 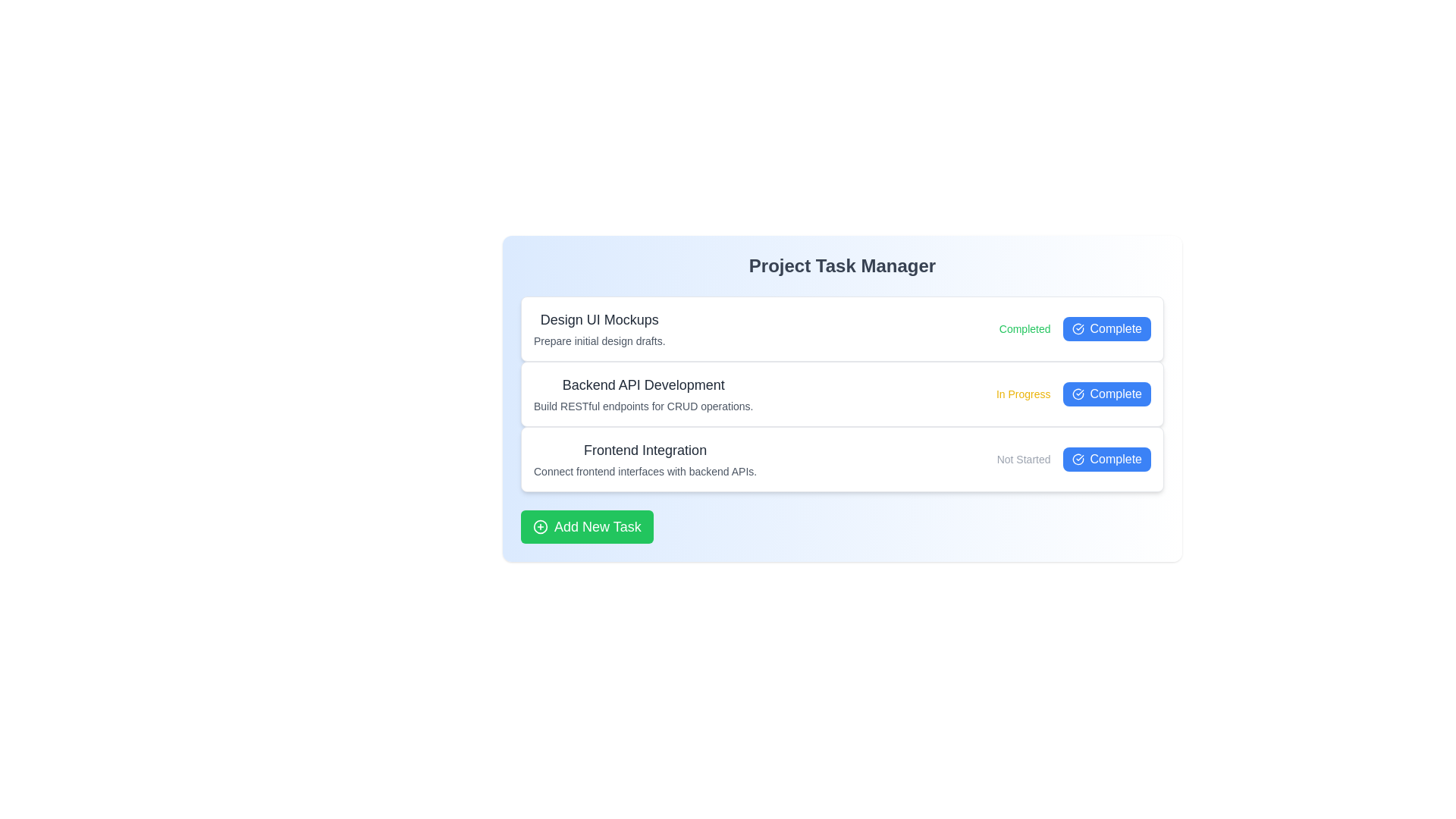 What do you see at coordinates (1106, 328) in the screenshot?
I see `'Complete' button for the task 'Design UI Mockups'` at bounding box center [1106, 328].